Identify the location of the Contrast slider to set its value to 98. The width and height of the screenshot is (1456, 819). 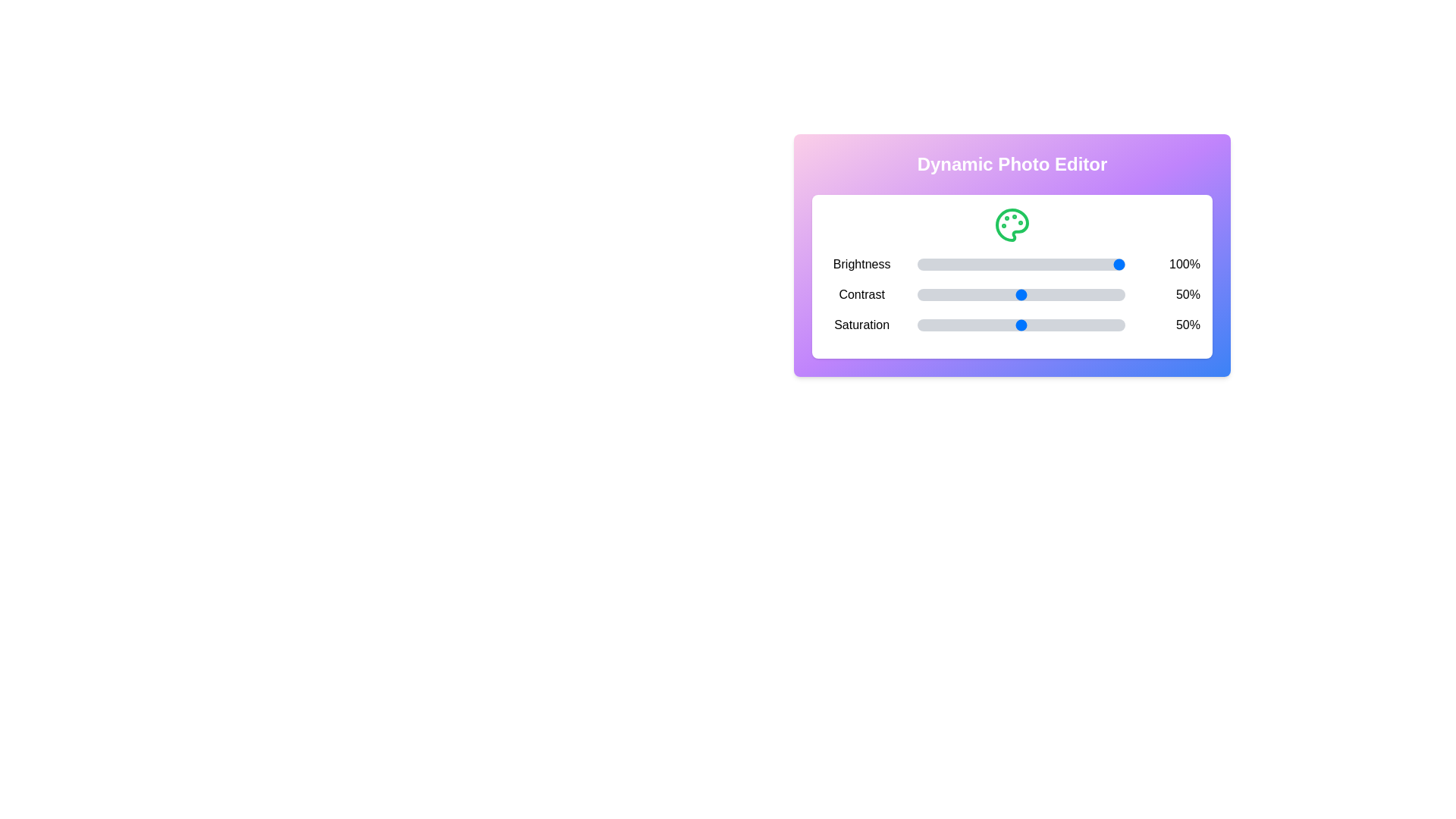
(1121, 295).